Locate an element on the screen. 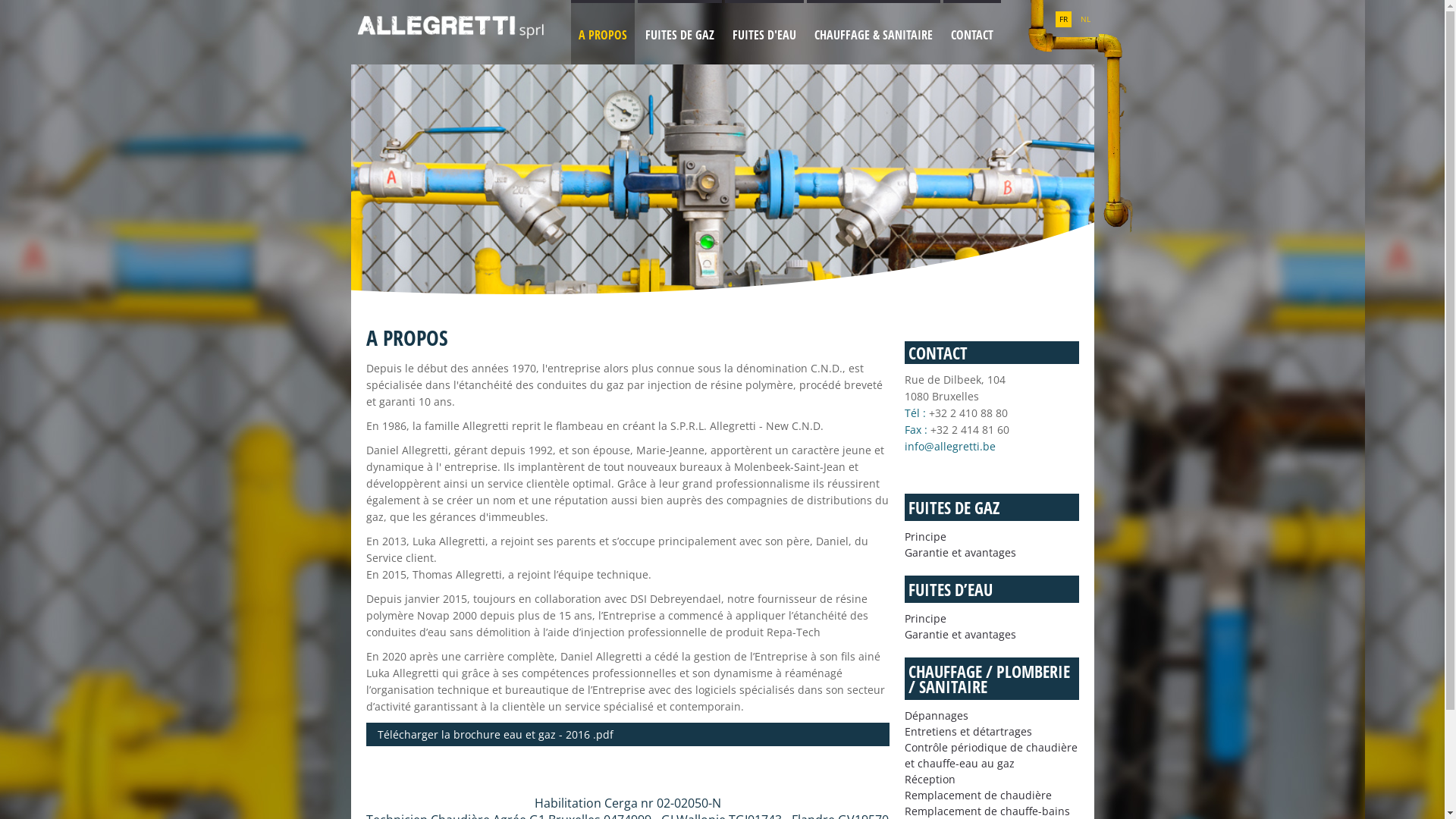 The width and height of the screenshot is (1456, 819). 'info@allegretti.be' is located at coordinates (903, 445).